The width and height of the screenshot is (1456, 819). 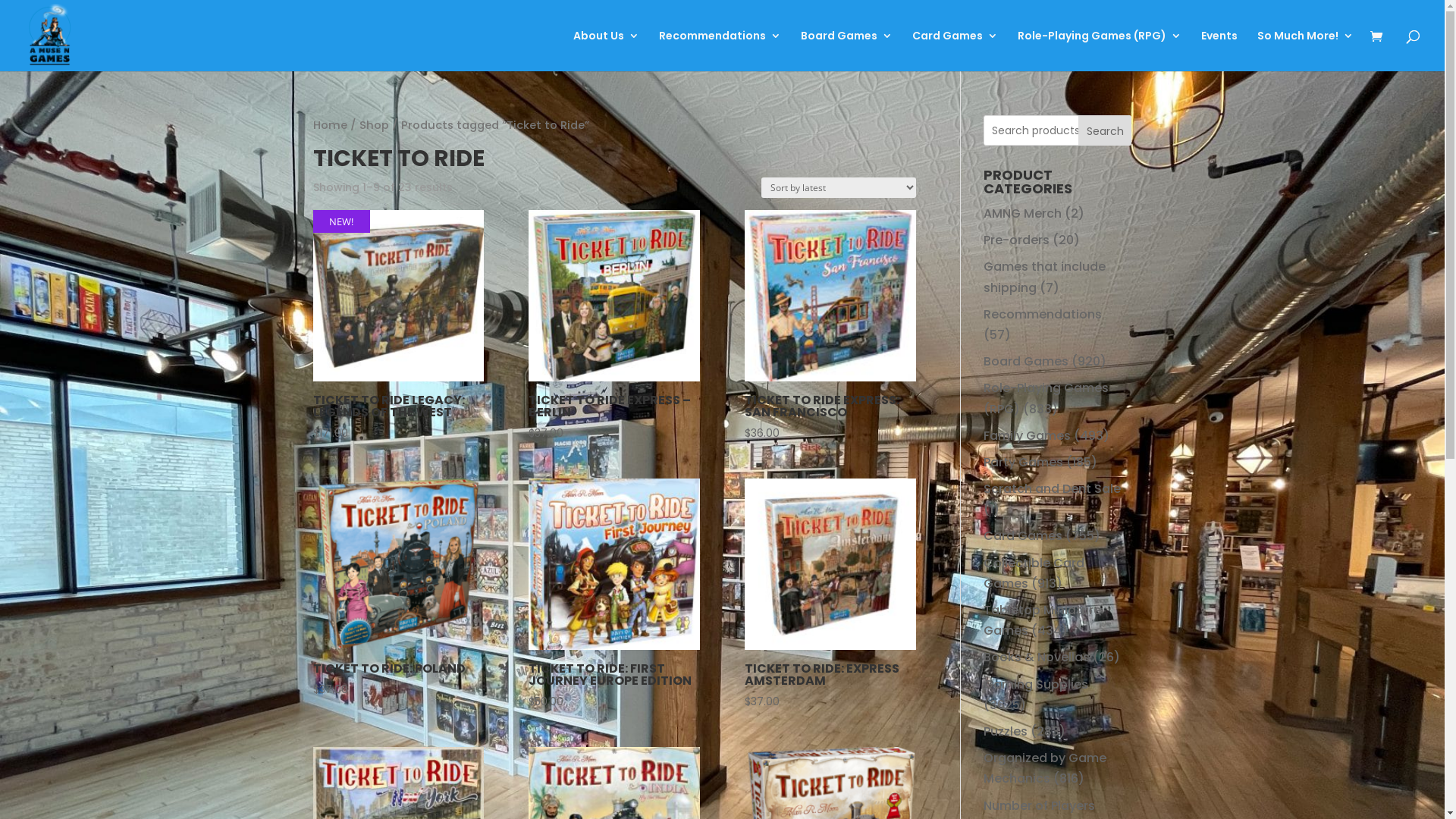 What do you see at coordinates (1023, 461) in the screenshot?
I see `'Party Games'` at bounding box center [1023, 461].